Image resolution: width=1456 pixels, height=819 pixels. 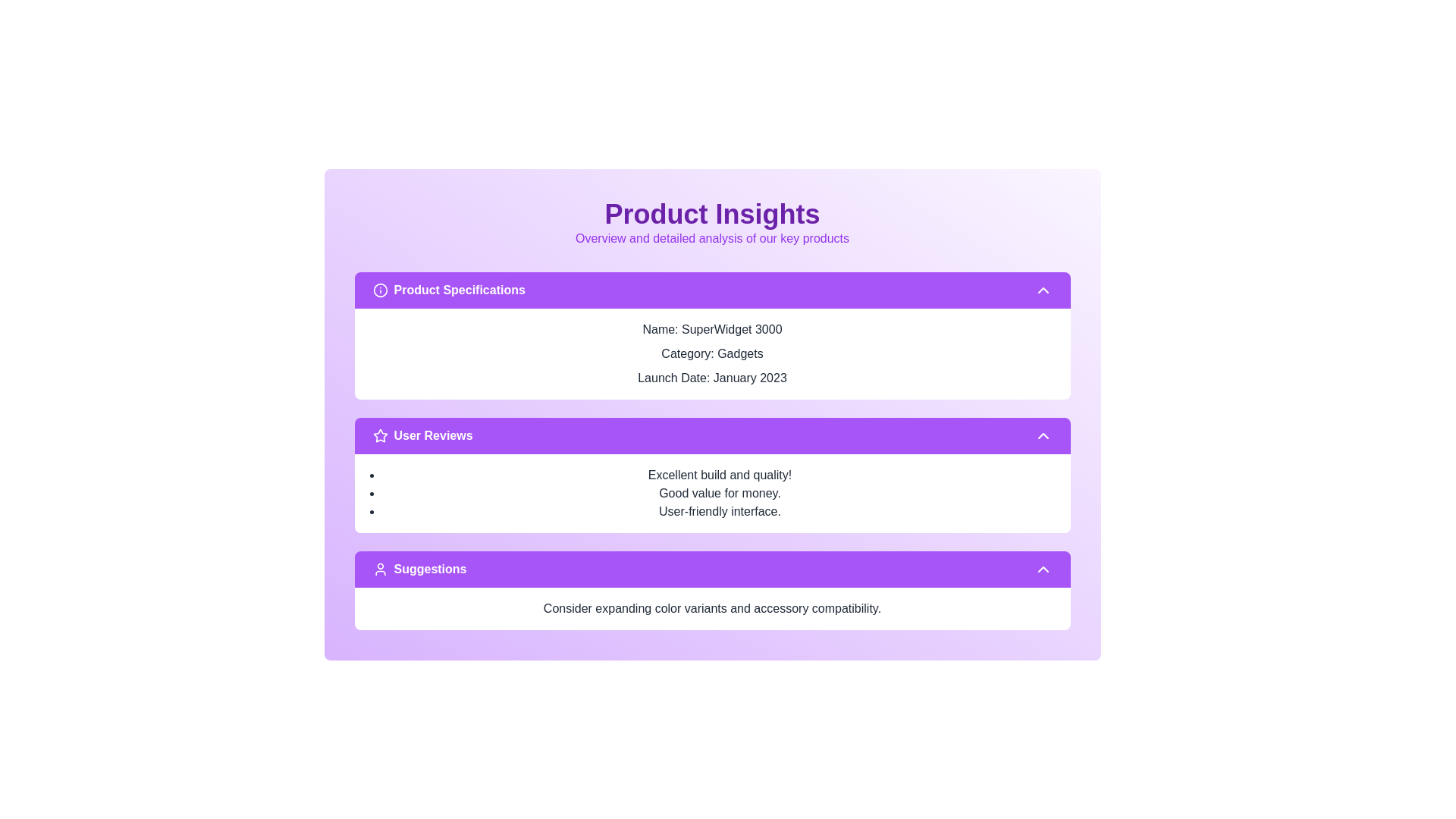 What do you see at coordinates (711, 607) in the screenshot?
I see `the text box that contains the message 'Consider expanding color variants and accessory compatibility.' located in the 'Suggestions' section at the bottom of the list` at bounding box center [711, 607].